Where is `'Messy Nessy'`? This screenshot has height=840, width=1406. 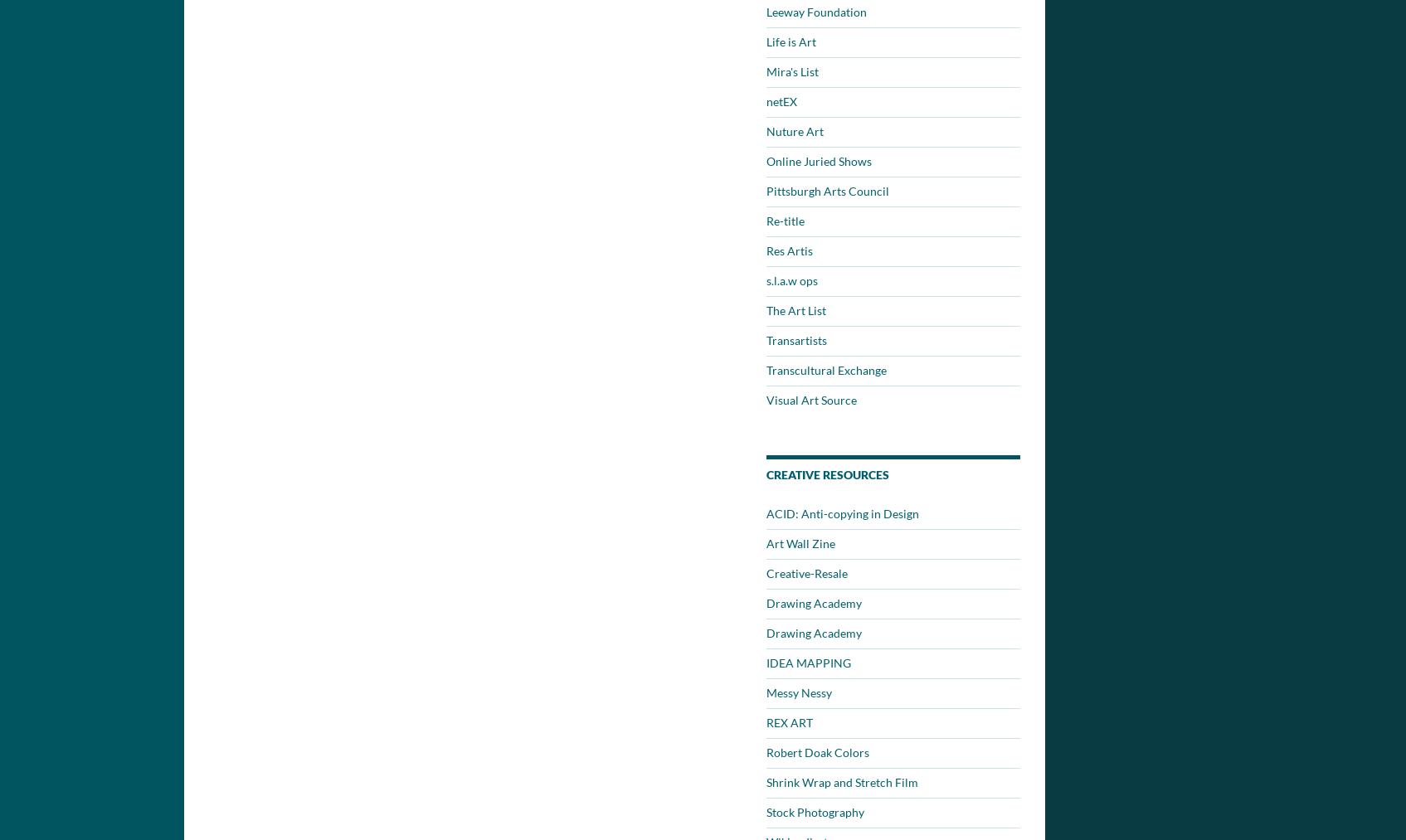
'Messy Nessy' is located at coordinates (799, 692).